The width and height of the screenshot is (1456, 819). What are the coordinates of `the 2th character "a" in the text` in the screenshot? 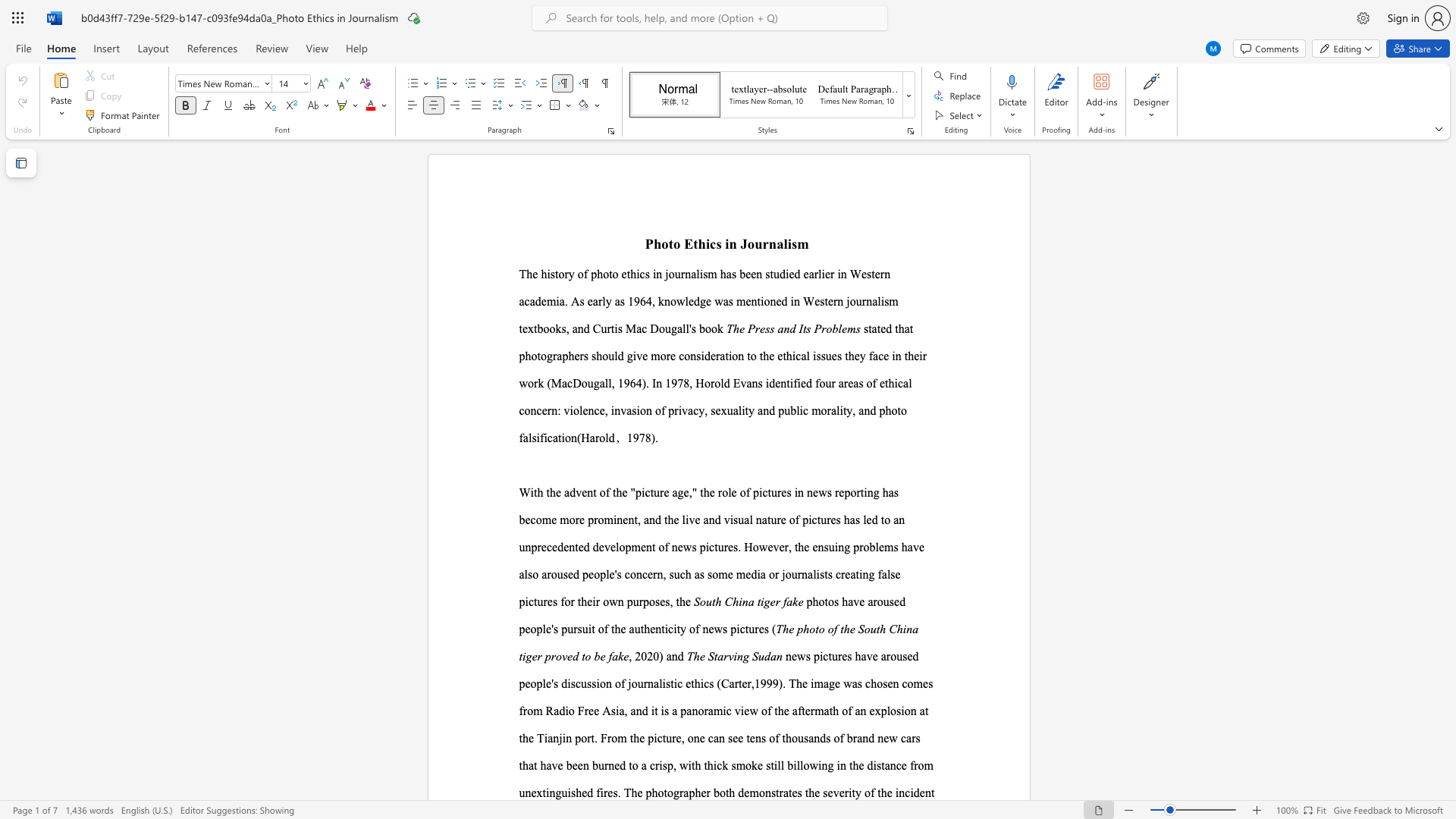 It's located at (601, 382).